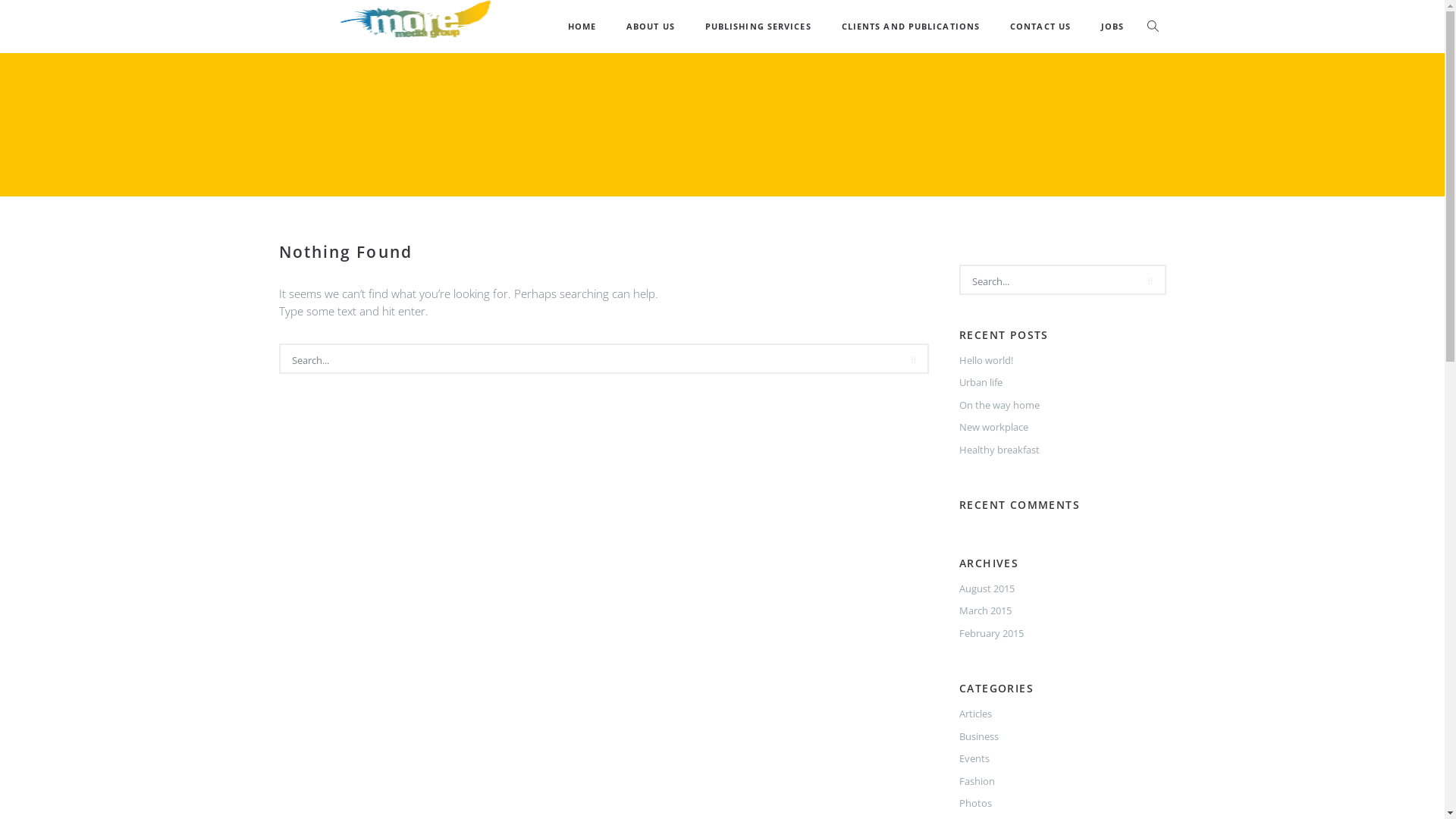  Describe the element at coordinates (981, 381) in the screenshot. I see `'Urban life'` at that location.